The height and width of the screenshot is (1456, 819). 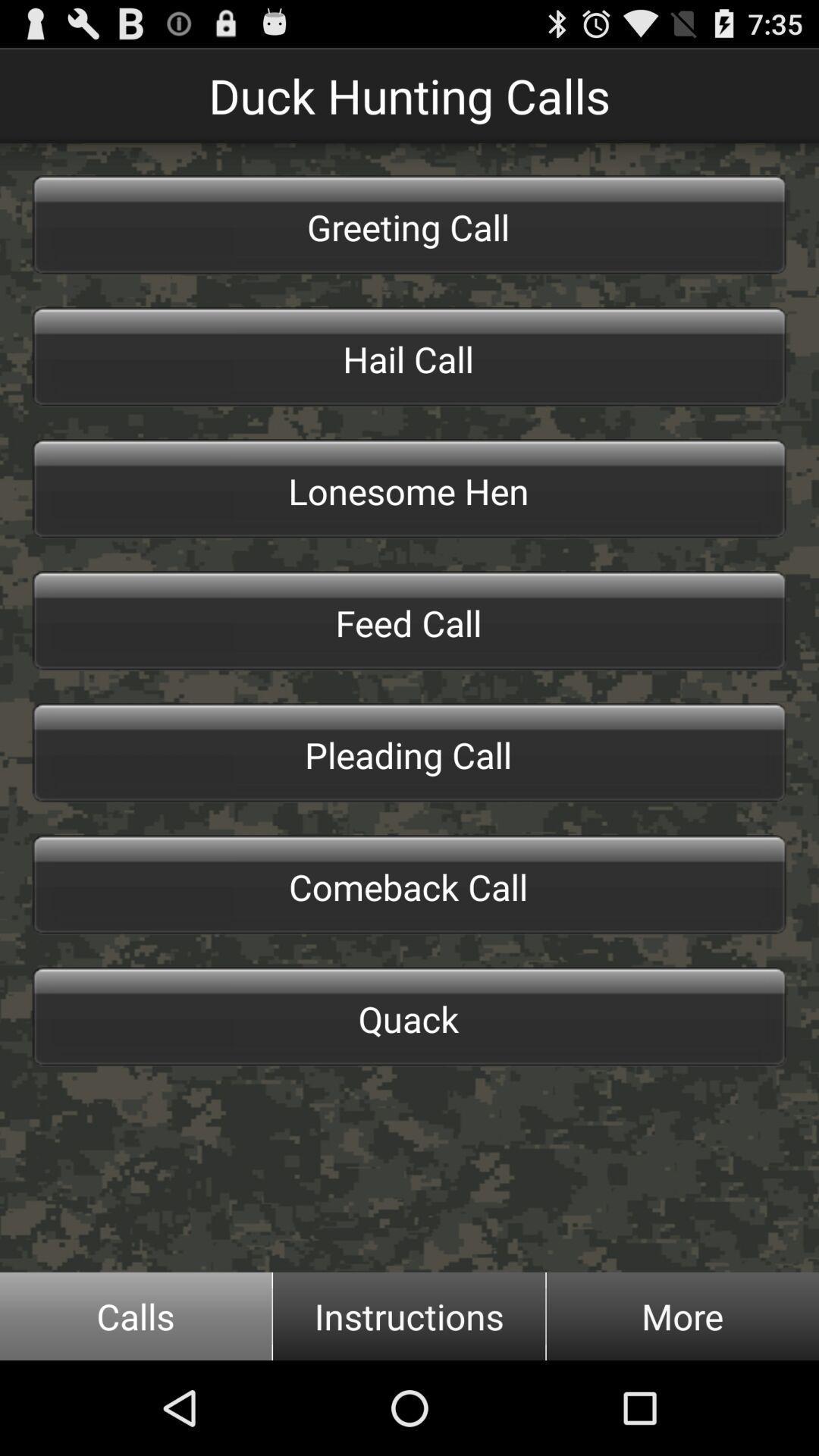 What do you see at coordinates (409, 488) in the screenshot?
I see `item below the hail call icon` at bounding box center [409, 488].